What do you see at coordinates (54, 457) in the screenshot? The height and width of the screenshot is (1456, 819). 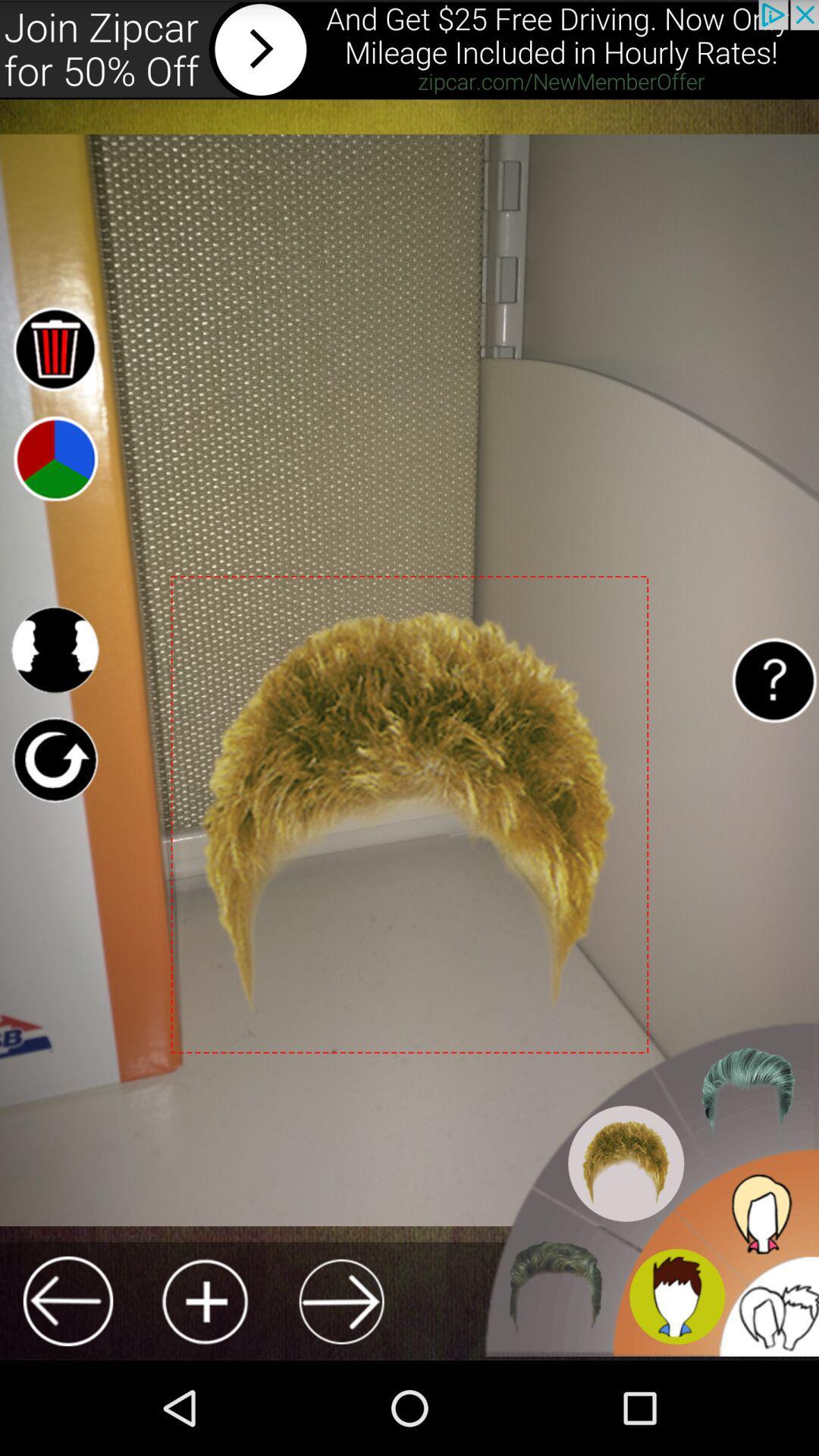 I see `color option` at bounding box center [54, 457].